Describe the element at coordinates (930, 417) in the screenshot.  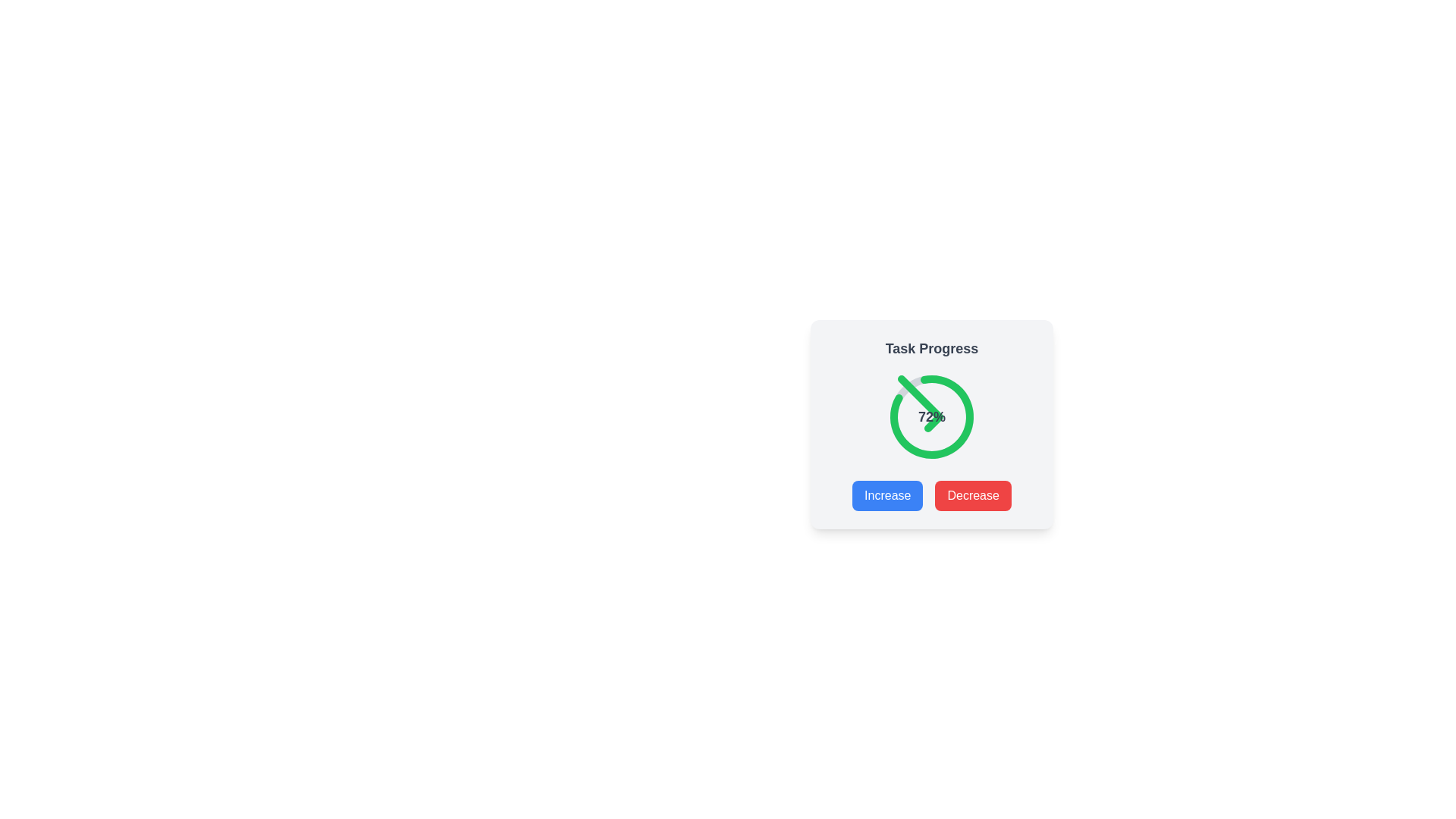
I see `the Circular Progress Bar displaying '72%' which is centrally located within the 'Task Progress' card component` at that location.